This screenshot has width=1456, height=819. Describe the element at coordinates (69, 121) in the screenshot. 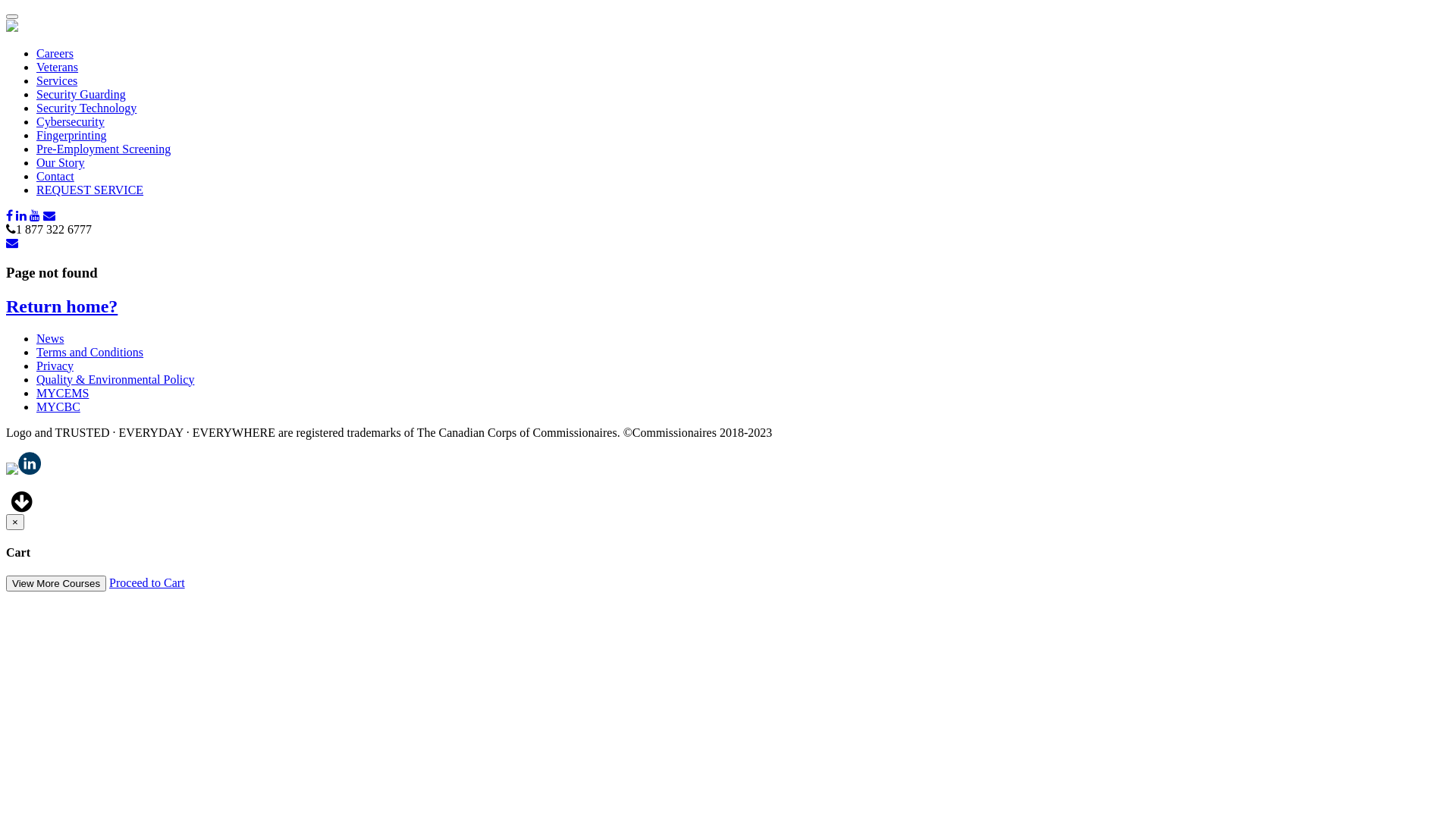

I see `'Cybersecurity'` at that location.